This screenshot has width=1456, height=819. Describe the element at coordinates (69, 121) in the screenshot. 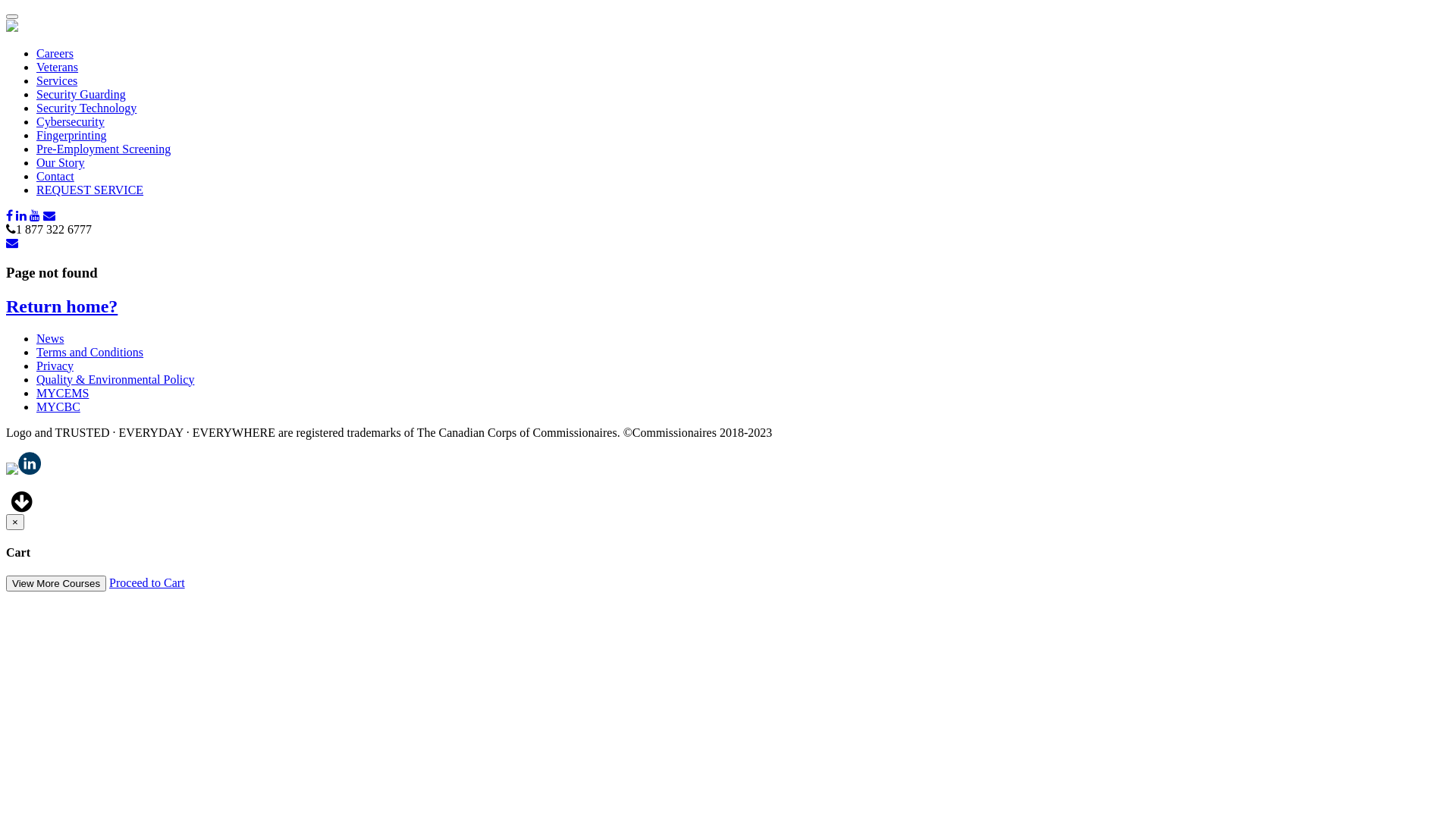

I see `'Cybersecurity'` at that location.